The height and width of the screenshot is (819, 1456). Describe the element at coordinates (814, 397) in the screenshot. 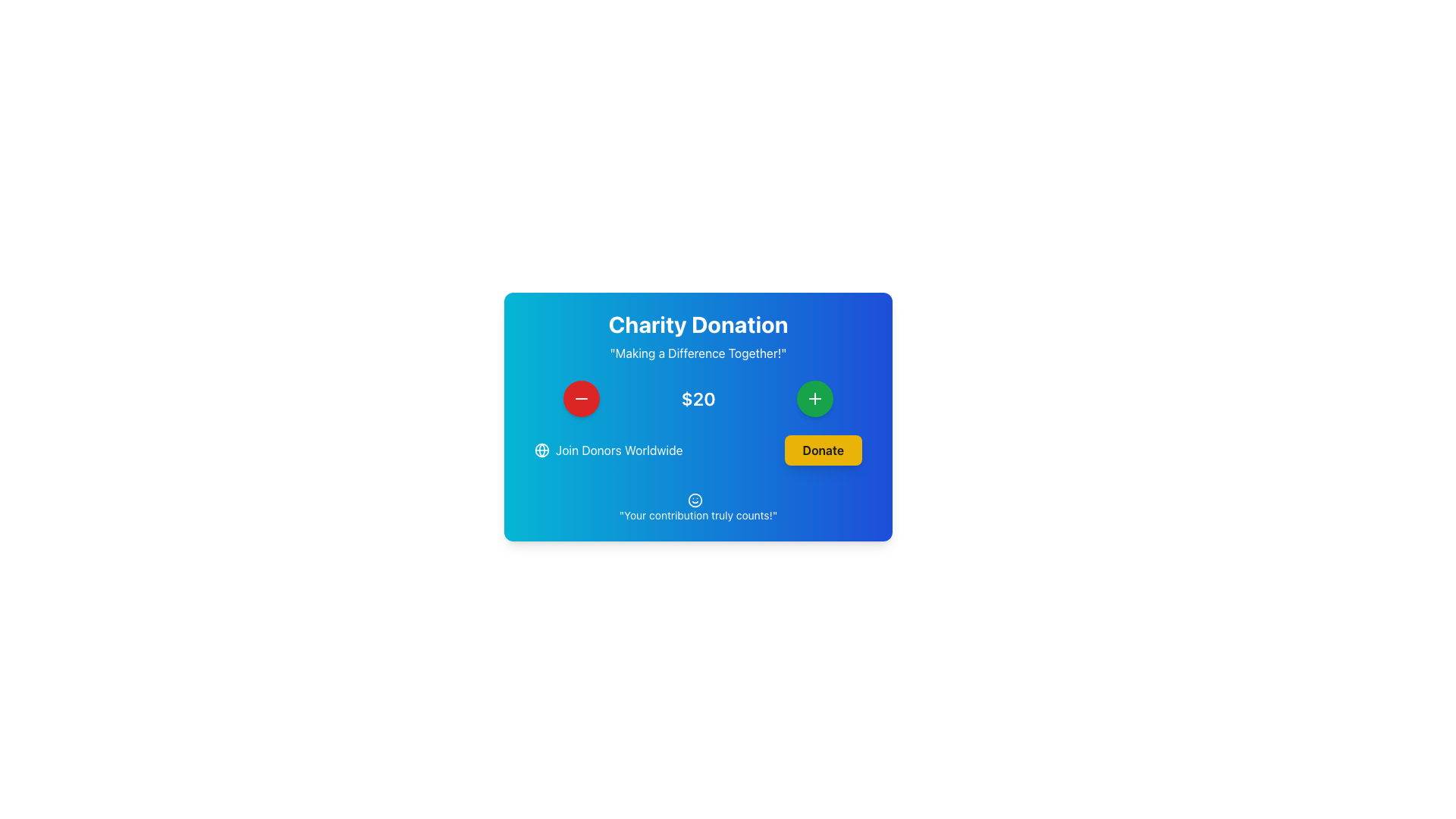

I see `the plus icon, which is a white plus sign in a circular green button located towards the right inside a card, adjacent to a yellow 'Donate' button` at that location.